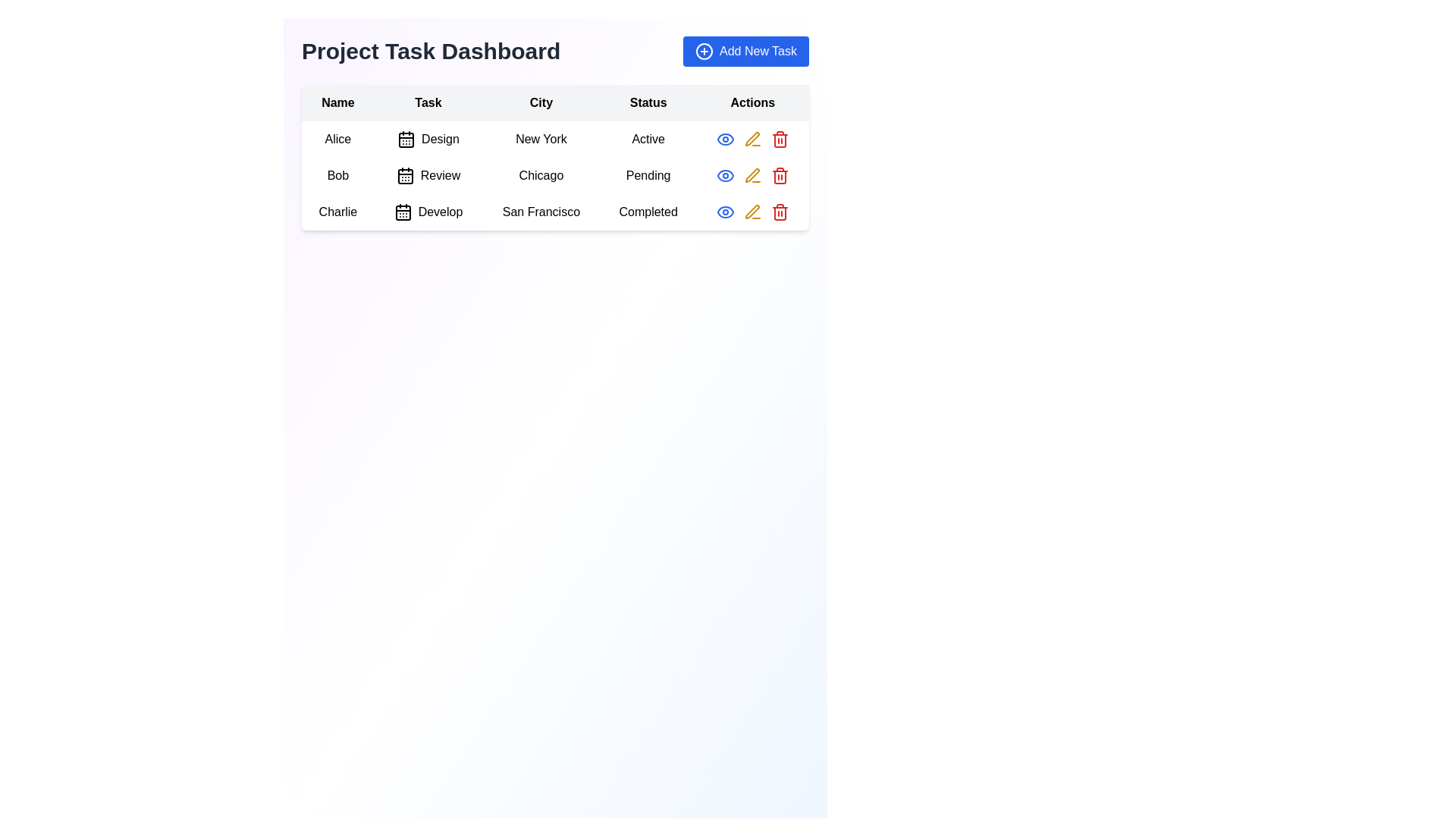 Image resolution: width=1456 pixels, height=819 pixels. What do you see at coordinates (430, 51) in the screenshot?
I see `the static text heading in the upper-left corner of the dashboard, which serves as the title for the interface, before the 'Add New Task' button` at bounding box center [430, 51].